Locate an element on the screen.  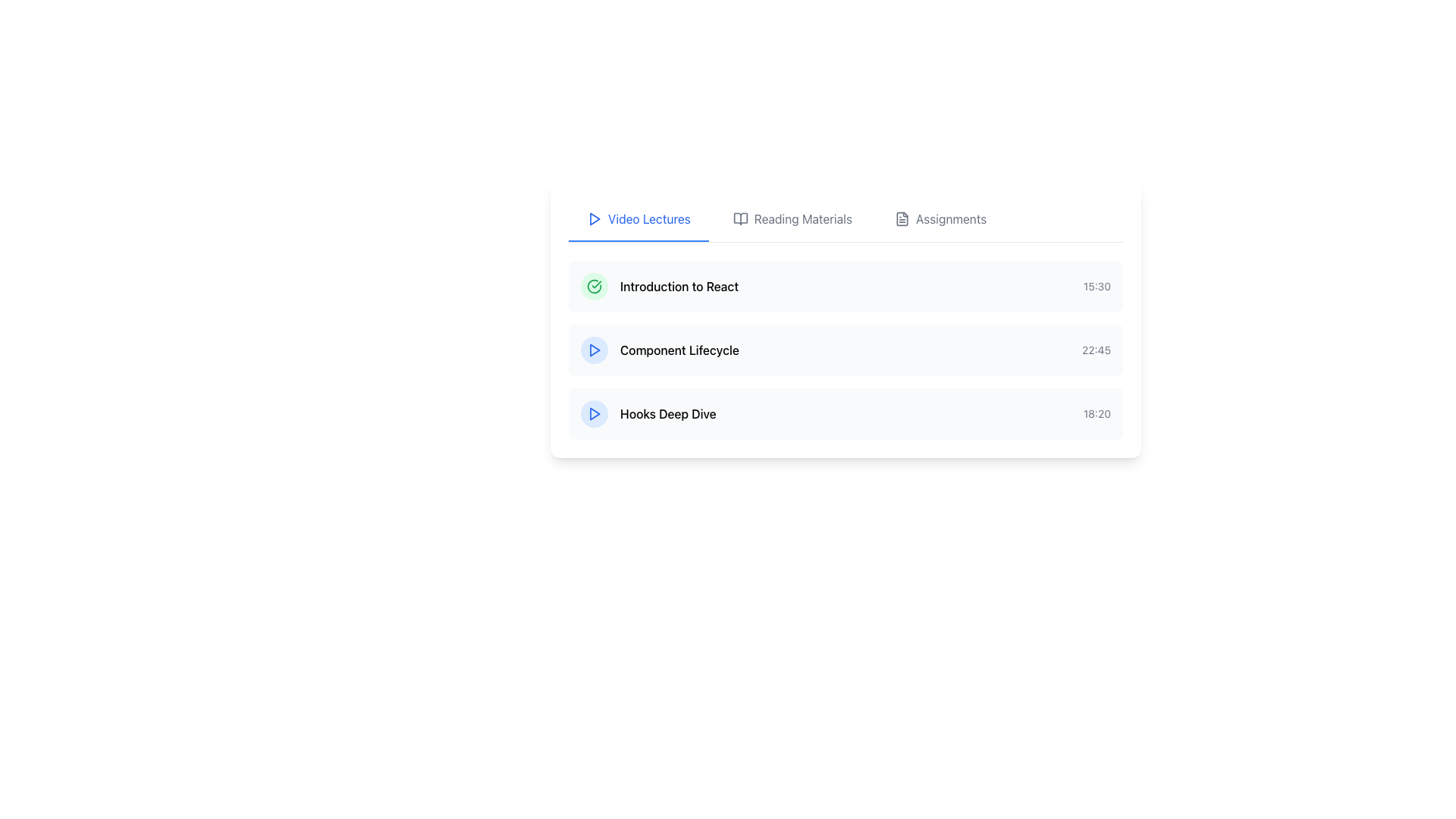
the small, circular Play button with a light blue background and a dark blue play triangle located to the immediate left of the text 'Component Lifecycle' is located at coordinates (593, 350).